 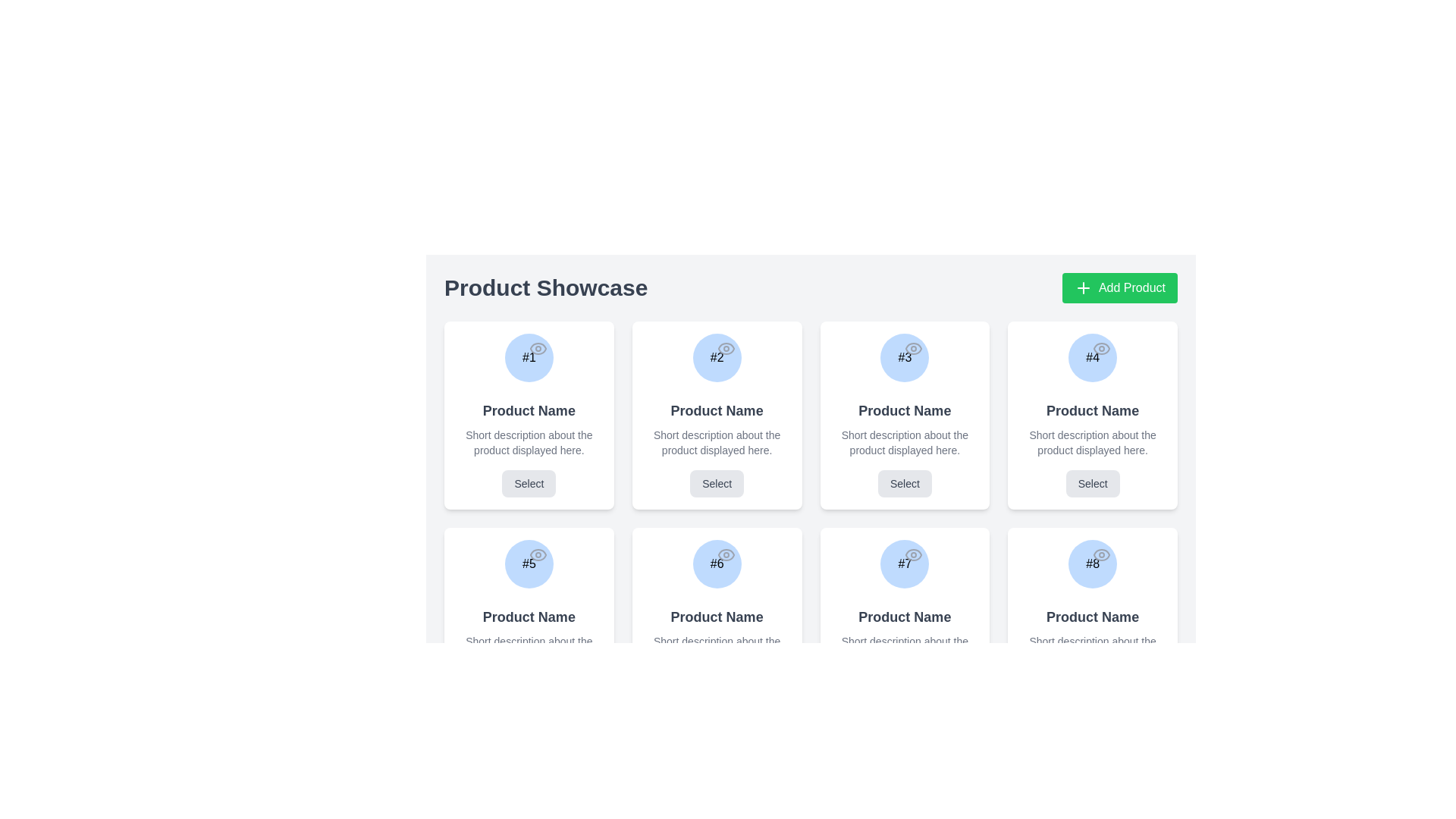 What do you see at coordinates (1102, 348) in the screenshot?
I see `the eye indicator icon located at the top-right corner of the circular region labeled '#4' in the upper right part of the fourth card` at bounding box center [1102, 348].